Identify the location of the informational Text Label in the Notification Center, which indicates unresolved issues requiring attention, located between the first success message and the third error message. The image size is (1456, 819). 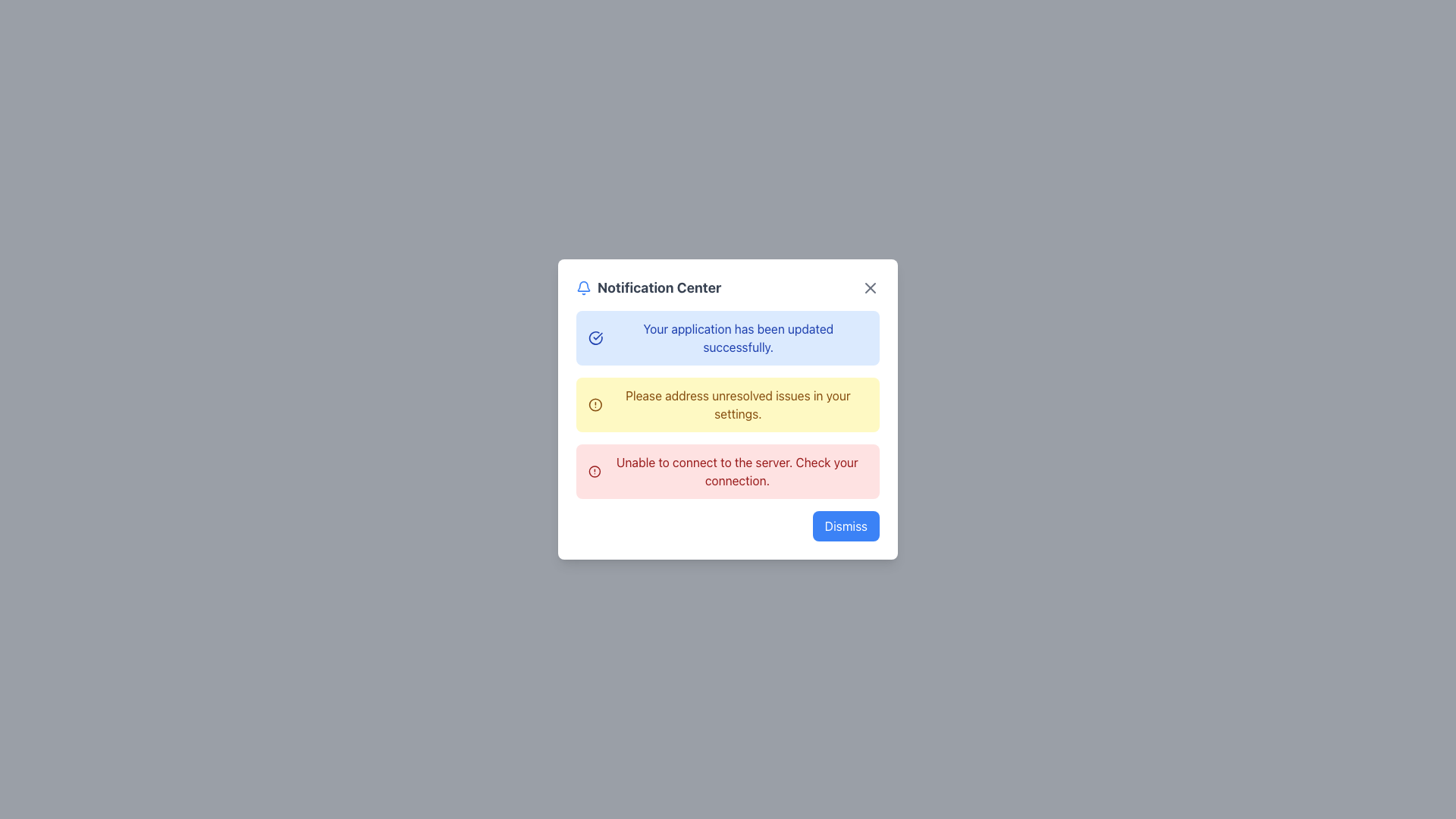
(738, 403).